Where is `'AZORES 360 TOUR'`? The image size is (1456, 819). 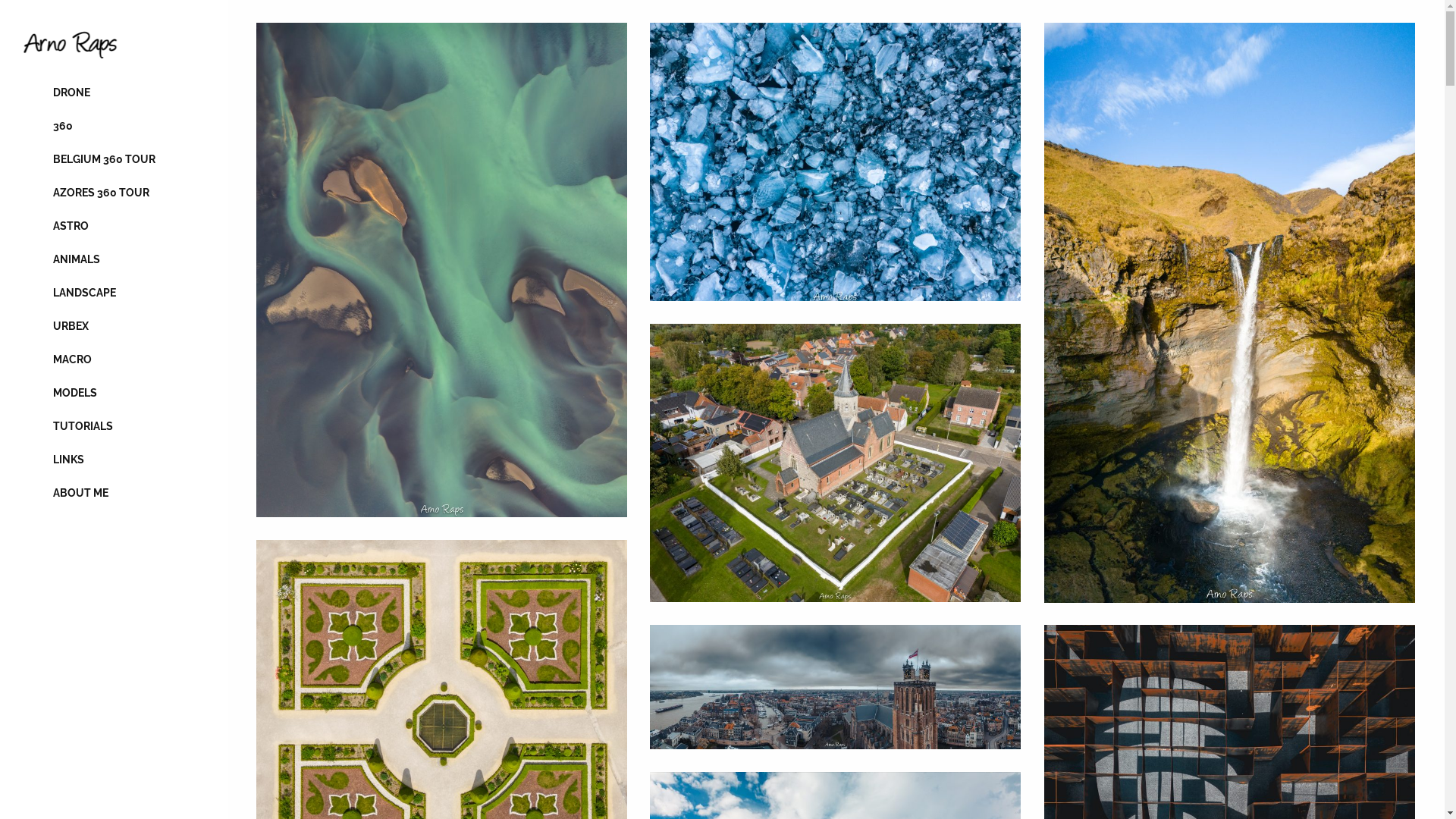 'AZORES 360 TOUR' is located at coordinates (112, 192).